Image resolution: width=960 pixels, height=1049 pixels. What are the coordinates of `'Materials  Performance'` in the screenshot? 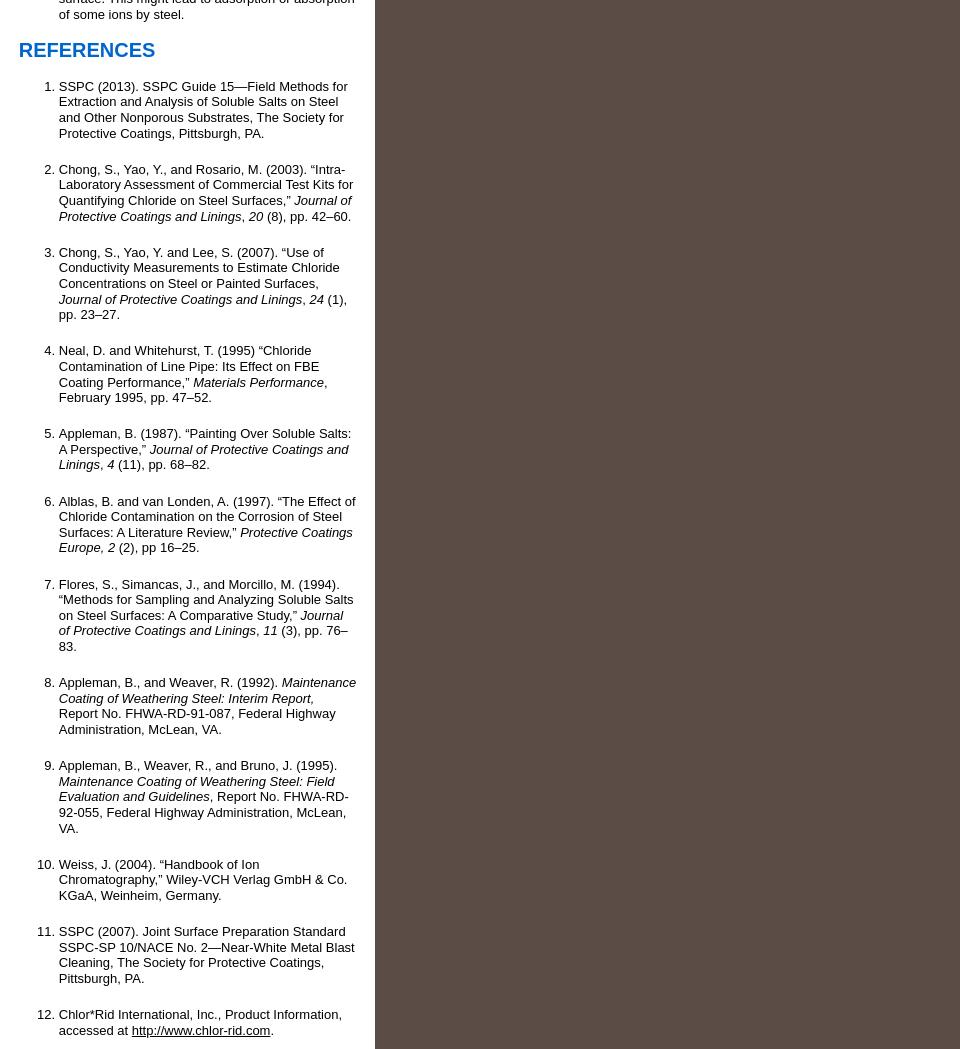 It's located at (257, 381).